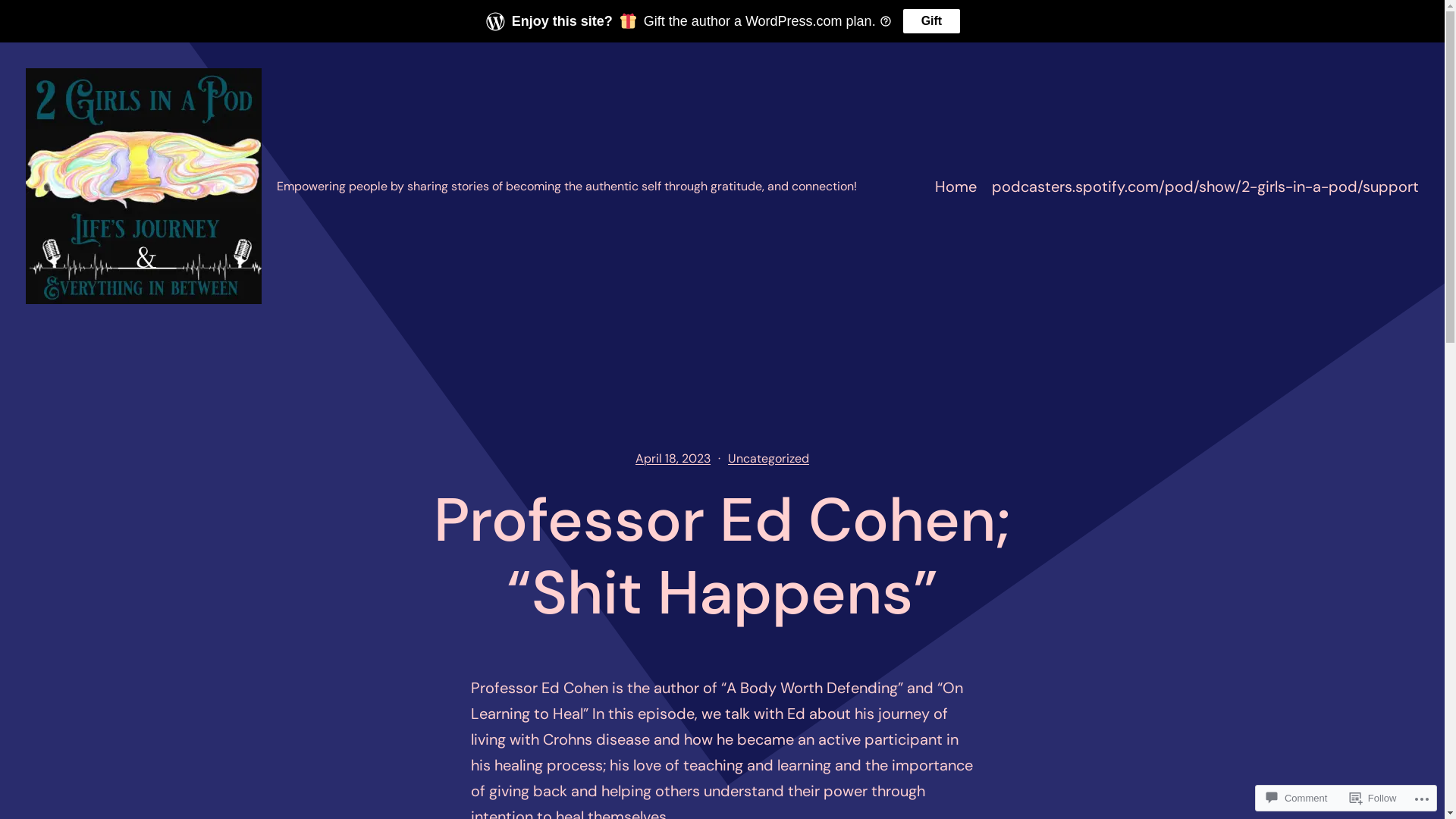 The height and width of the screenshot is (819, 1456). Describe the element at coordinates (1295, 797) in the screenshot. I see `'Comment'` at that location.